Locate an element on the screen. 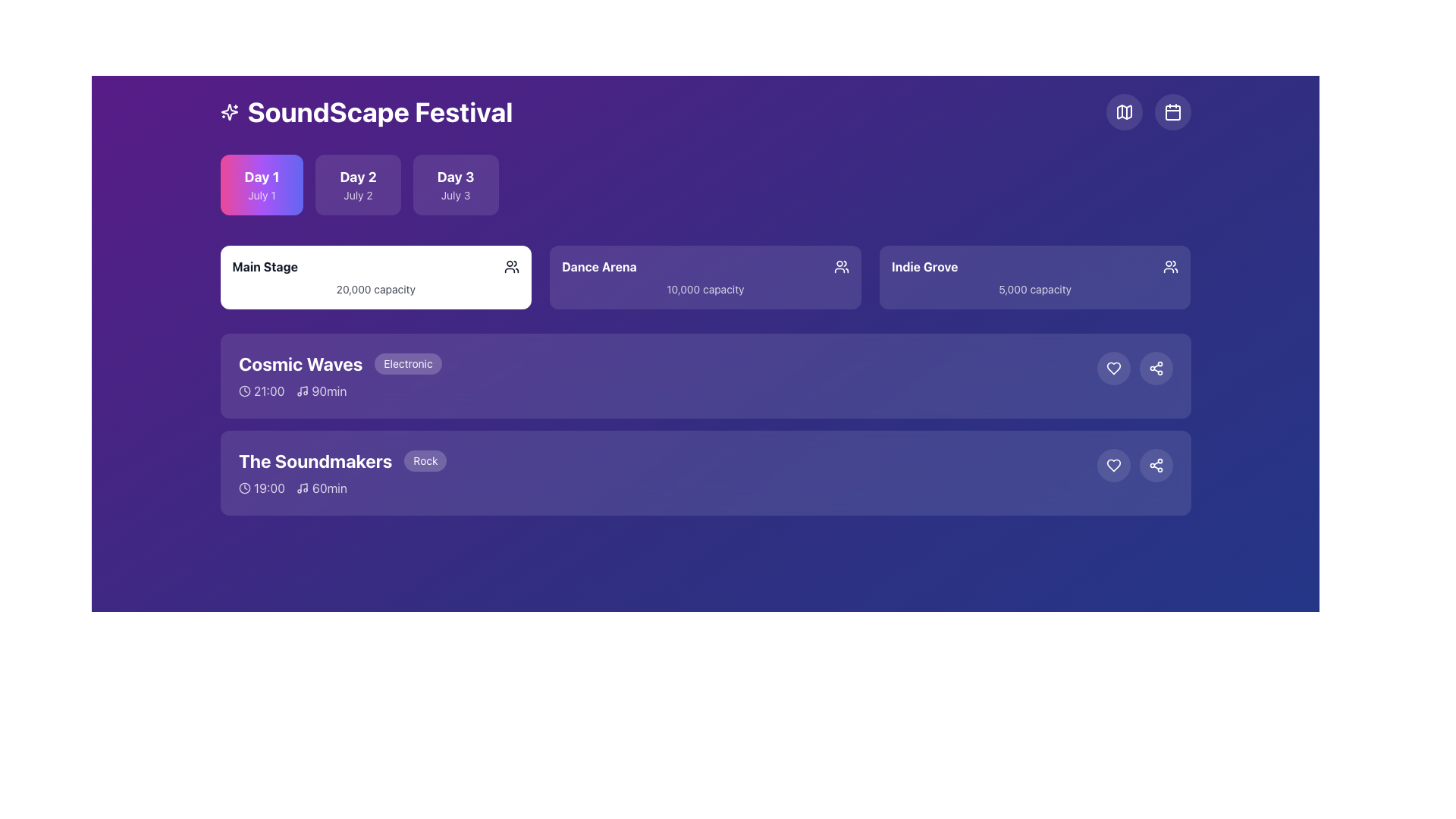 This screenshot has width=1456, height=819. the share icon located at the bottom right of the 'Cosmic Waves' event card is located at coordinates (1155, 464).